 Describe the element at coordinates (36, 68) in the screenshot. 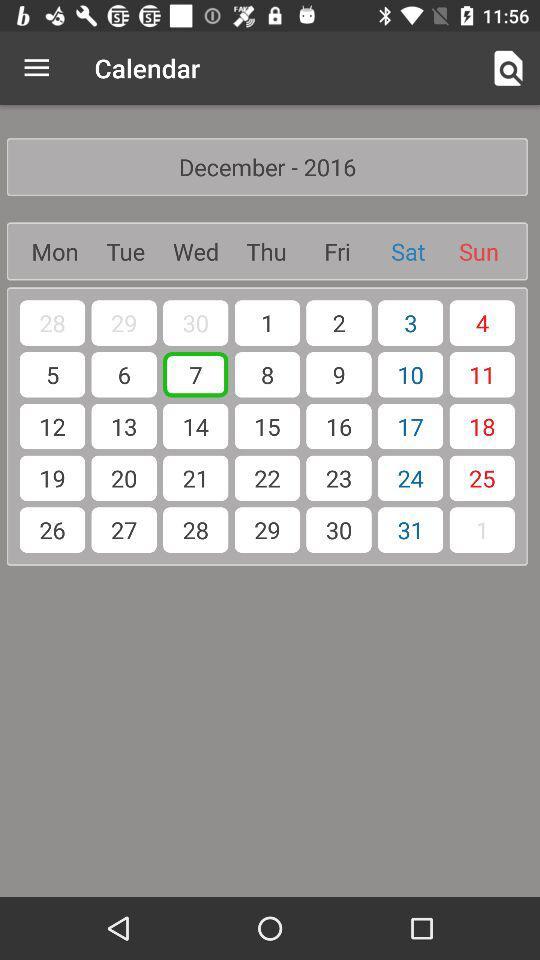

I see `the item to the left of the calendar` at that location.